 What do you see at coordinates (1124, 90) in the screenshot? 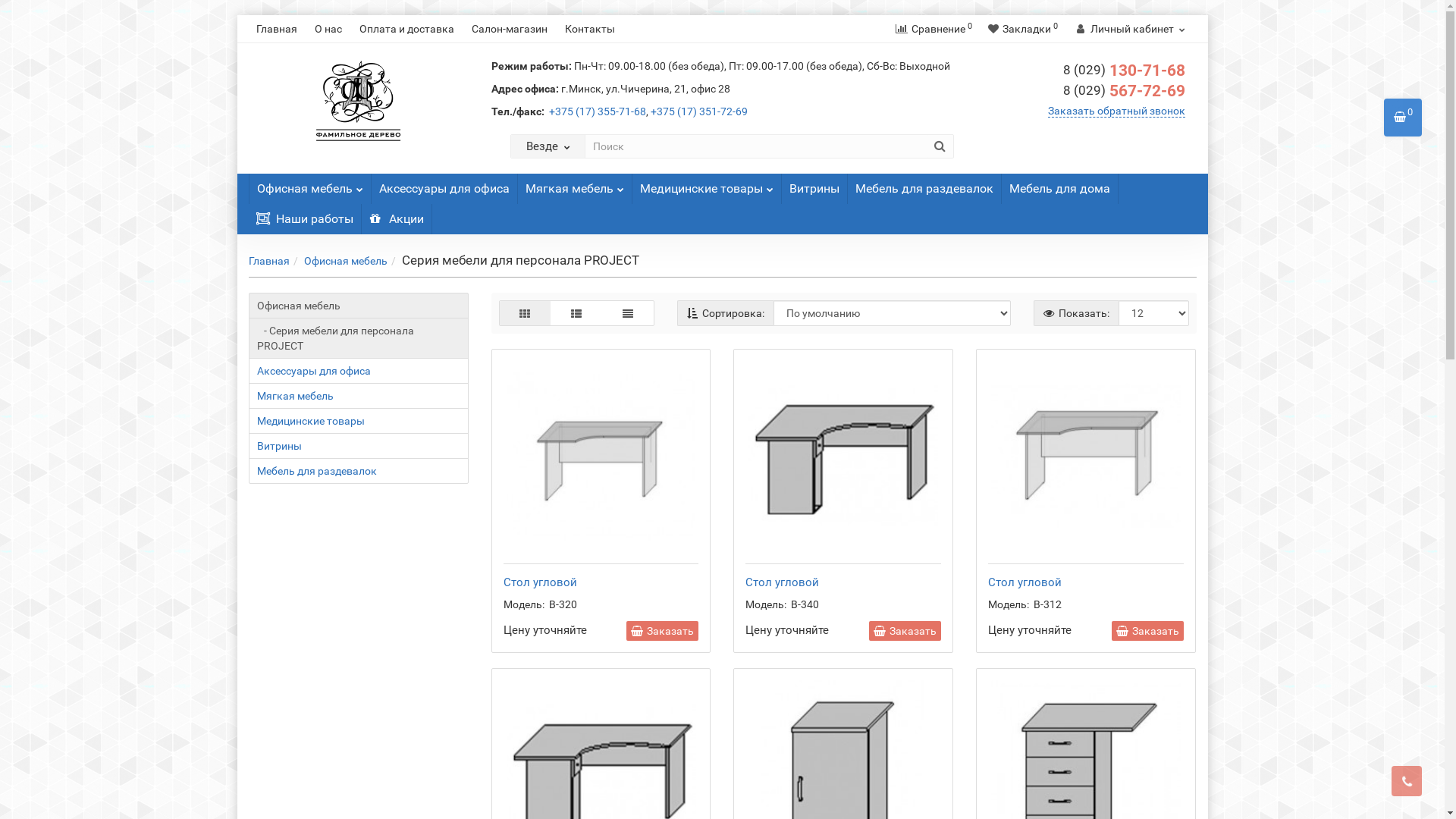
I see `'8 (029) 567-72-69'` at bounding box center [1124, 90].